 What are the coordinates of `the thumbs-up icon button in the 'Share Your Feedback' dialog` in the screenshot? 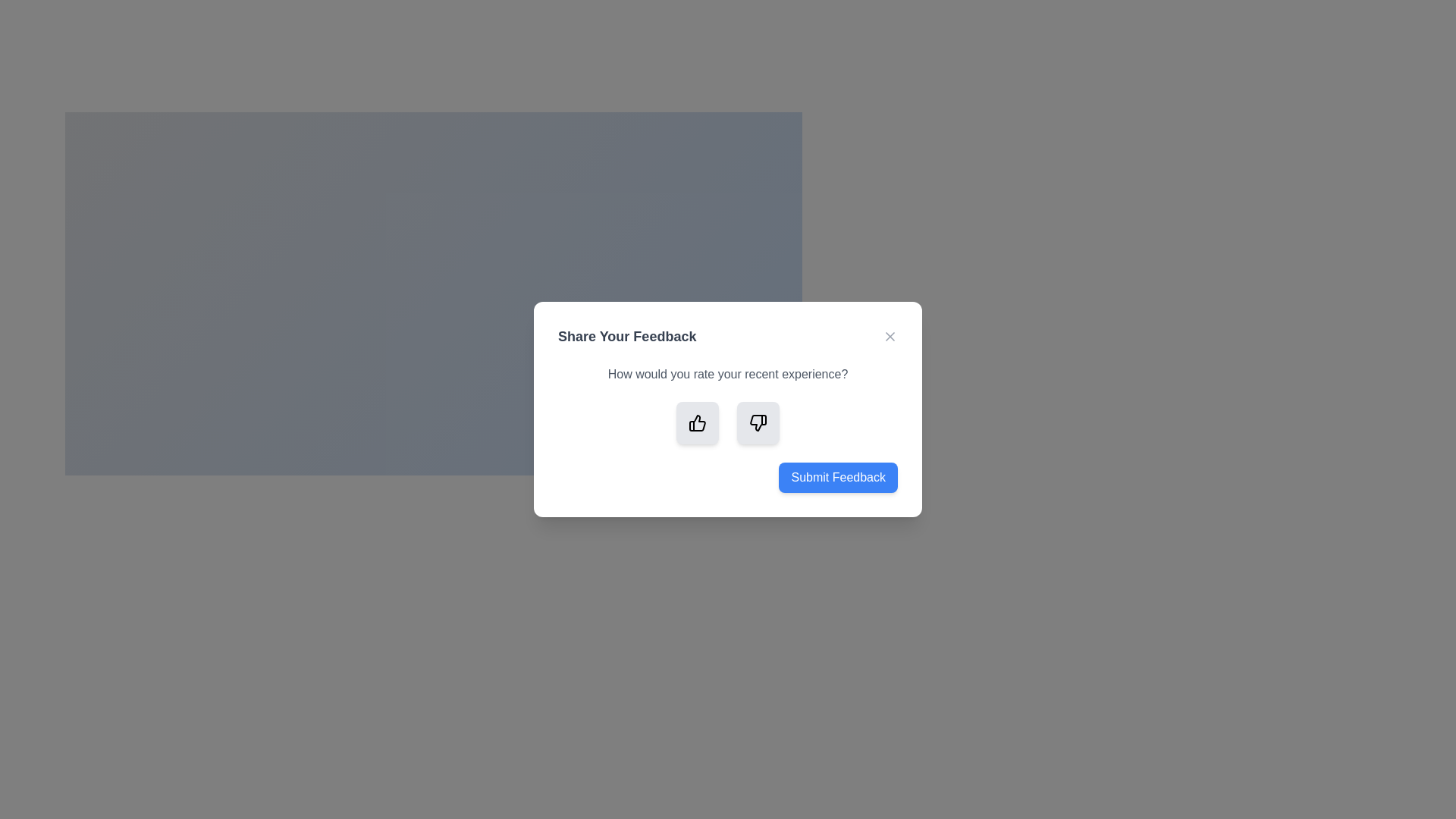 It's located at (696, 423).